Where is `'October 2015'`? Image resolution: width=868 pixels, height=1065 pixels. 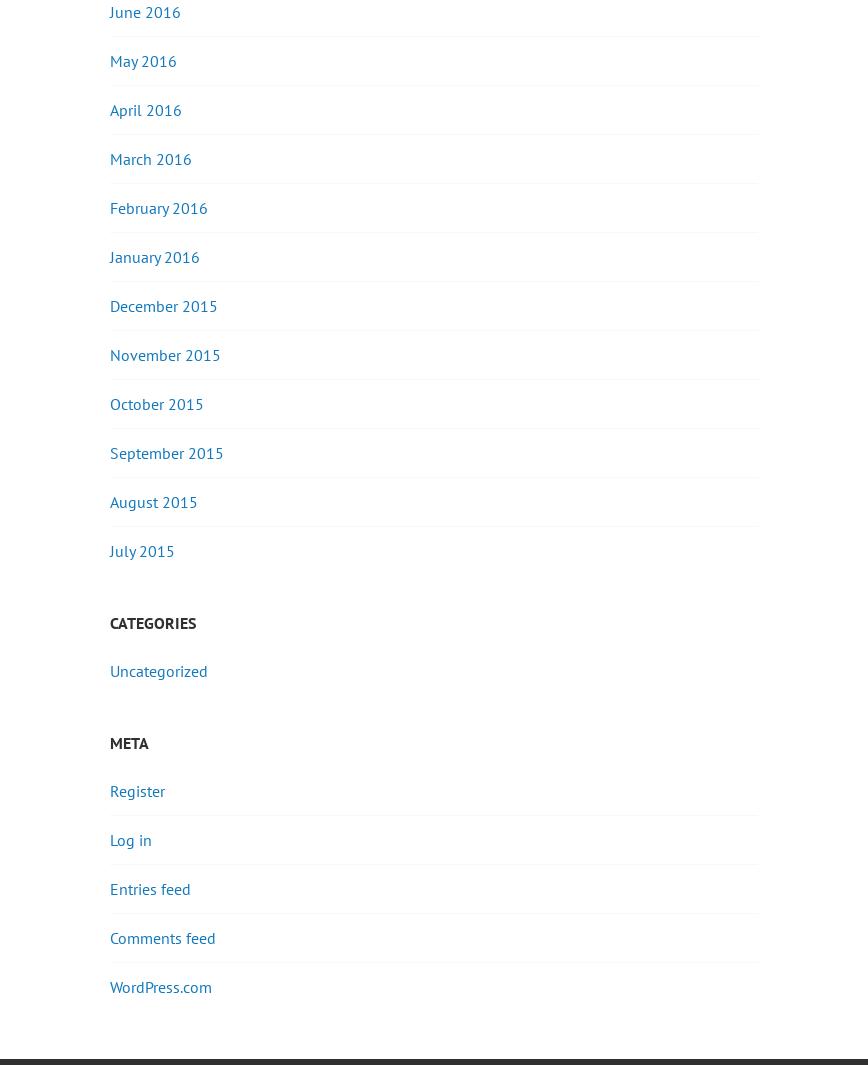 'October 2015' is located at coordinates (157, 401).